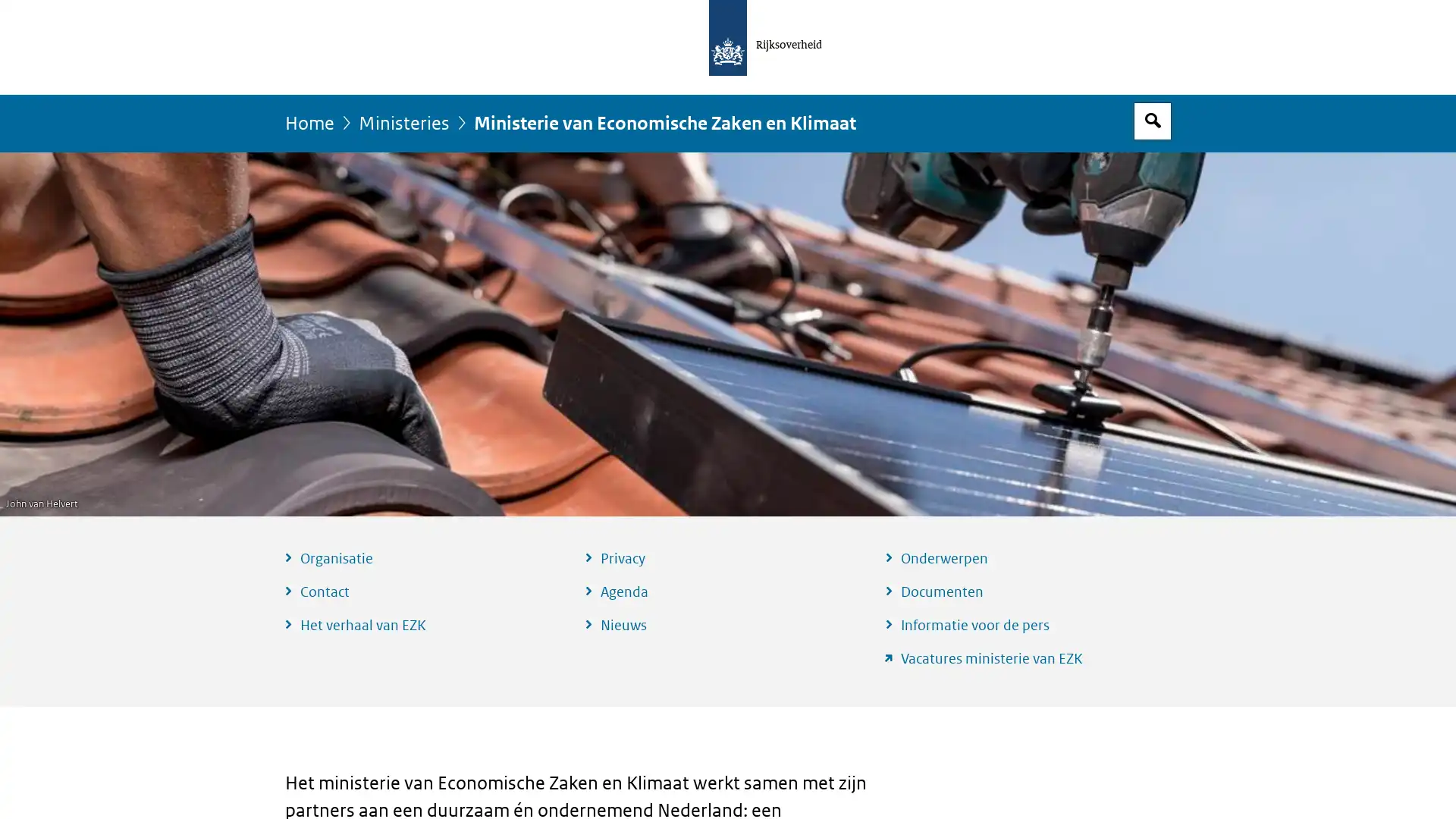 Image resolution: width=1456 pixels, height=819 pixels. Describe the element at coordinates (1153, 120) in the screenshot. I see `Open zoekveld` at that location.